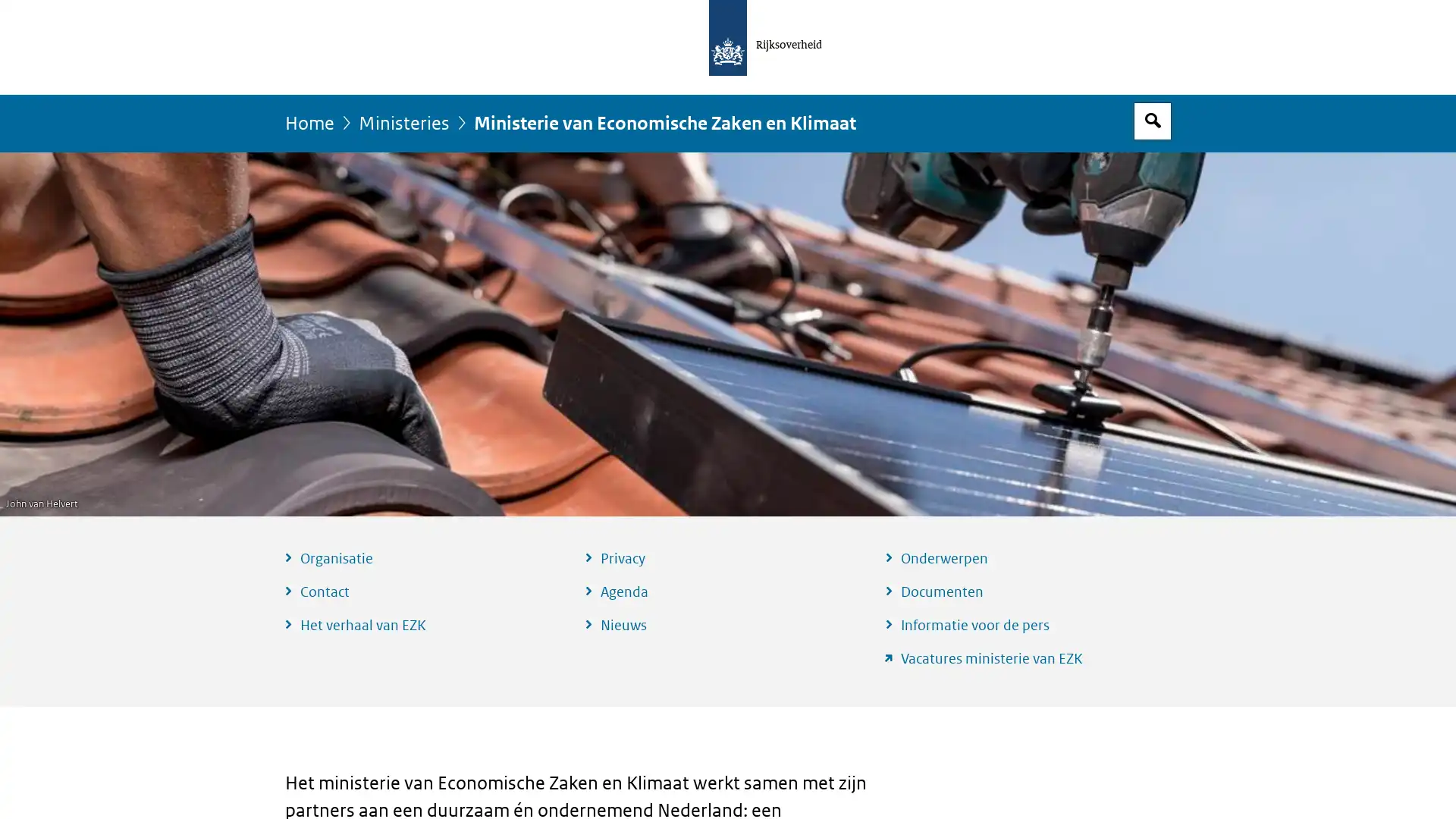 Image resolution: width=1456 pixels, height=819 pixels. Describe the element at coordinates (1153, 120) in the screenshot. I see `Open zoekveld` at that location.